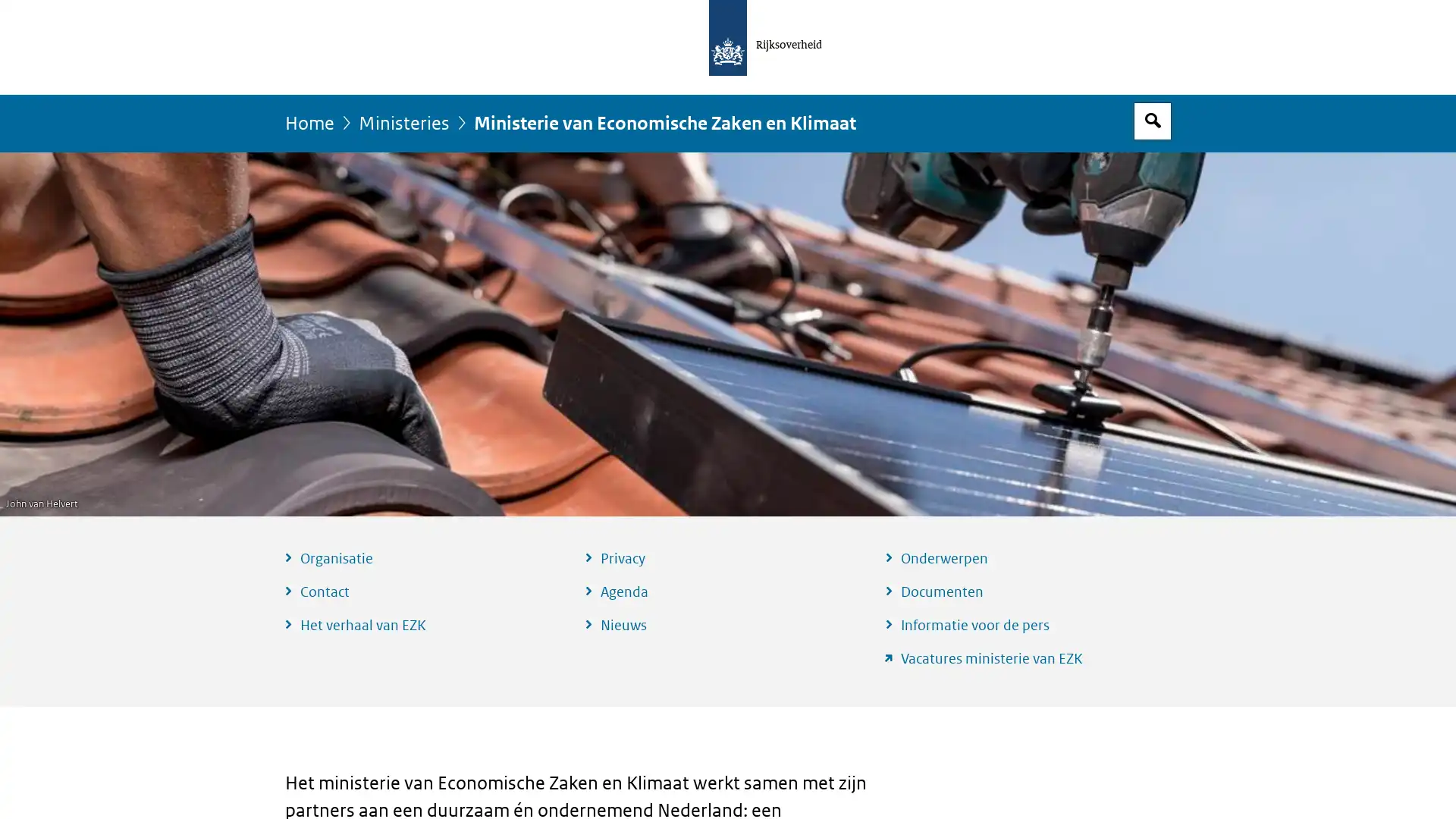 Image resolution: width=1456 pixels, height=819 pixels. Describe the element at coordinates (1153, 120) in the screenshot. I see `Open zoekveld` at that location.